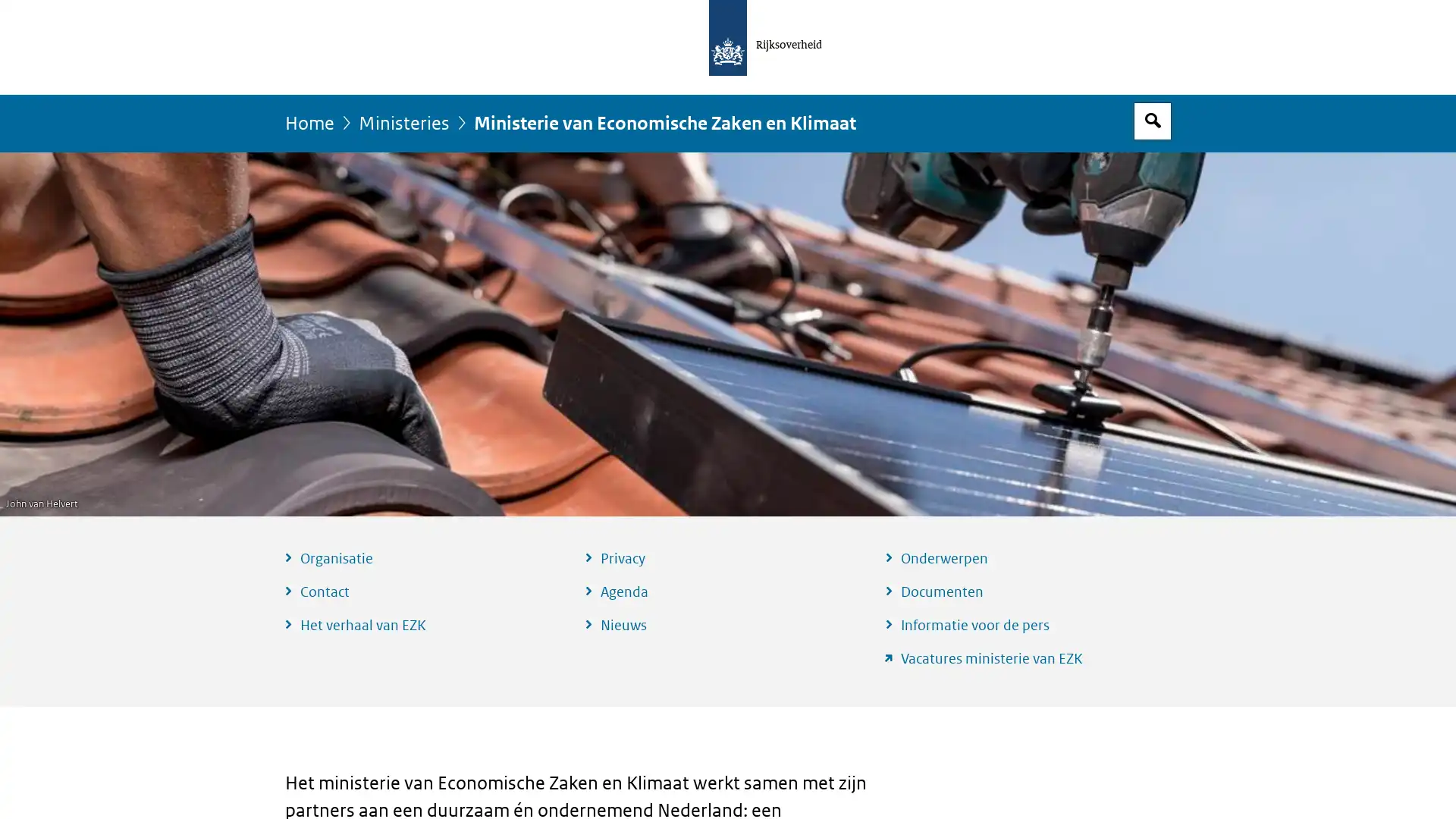 Image resolution: width=1456 pixels, height=819 pixels. Describe the element at coordinates (1153, 120) in the screenshot. I see `Open zoekveld` at that location.